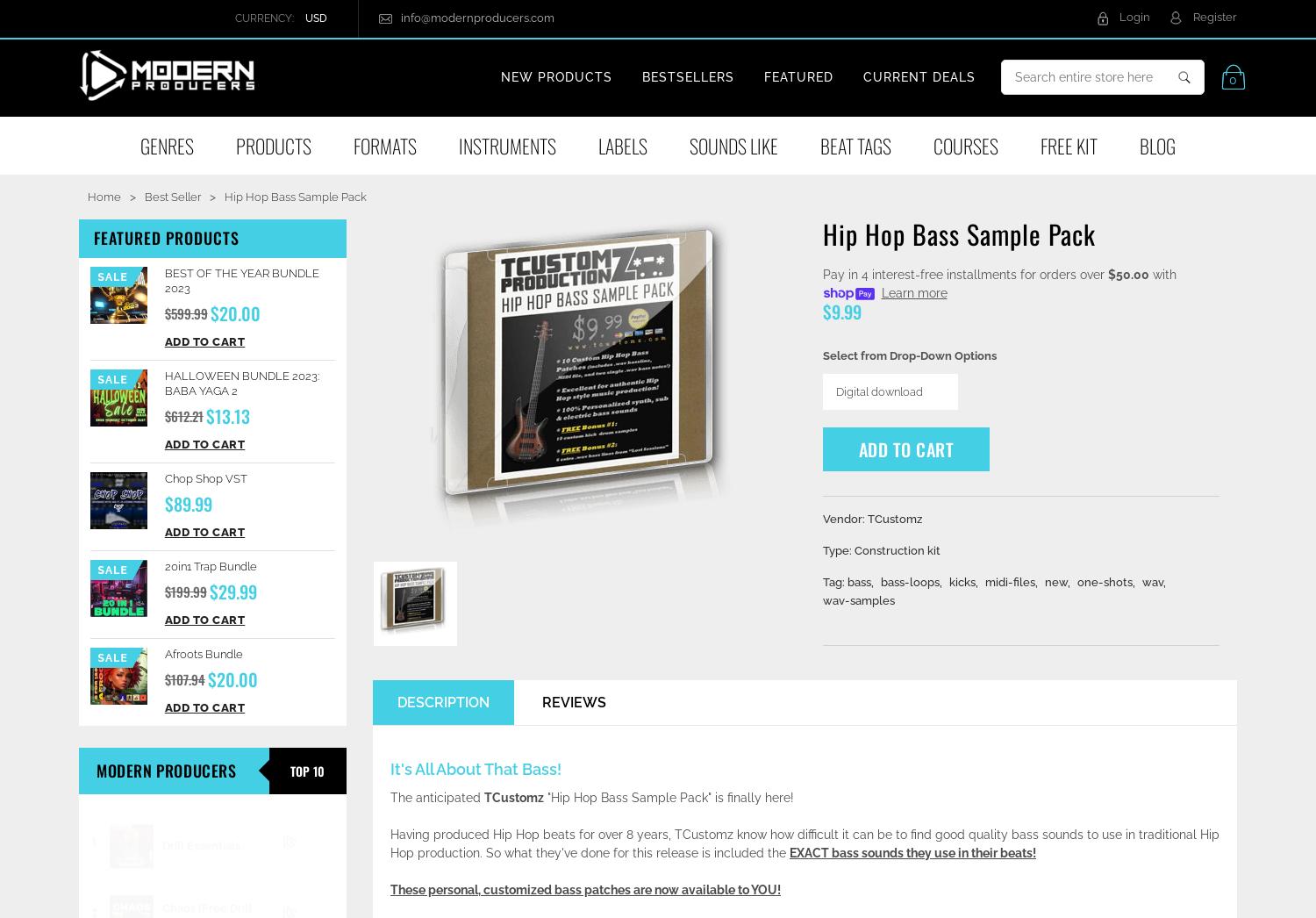 The image size is (1316, 918). I want to click on 'COURSES', so click(965, 146).